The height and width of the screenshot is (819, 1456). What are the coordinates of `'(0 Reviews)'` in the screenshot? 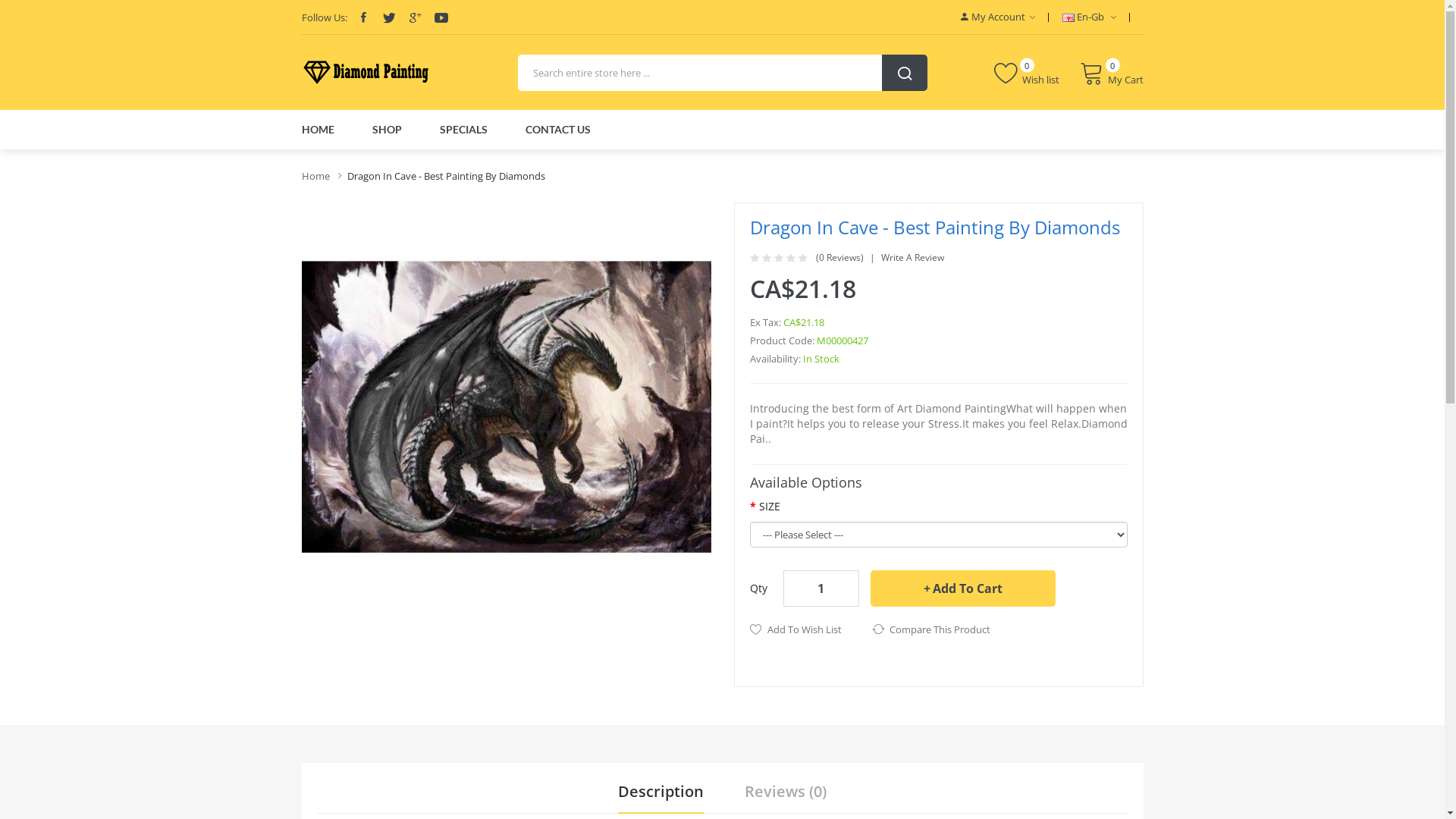 It's located at (814, 256).